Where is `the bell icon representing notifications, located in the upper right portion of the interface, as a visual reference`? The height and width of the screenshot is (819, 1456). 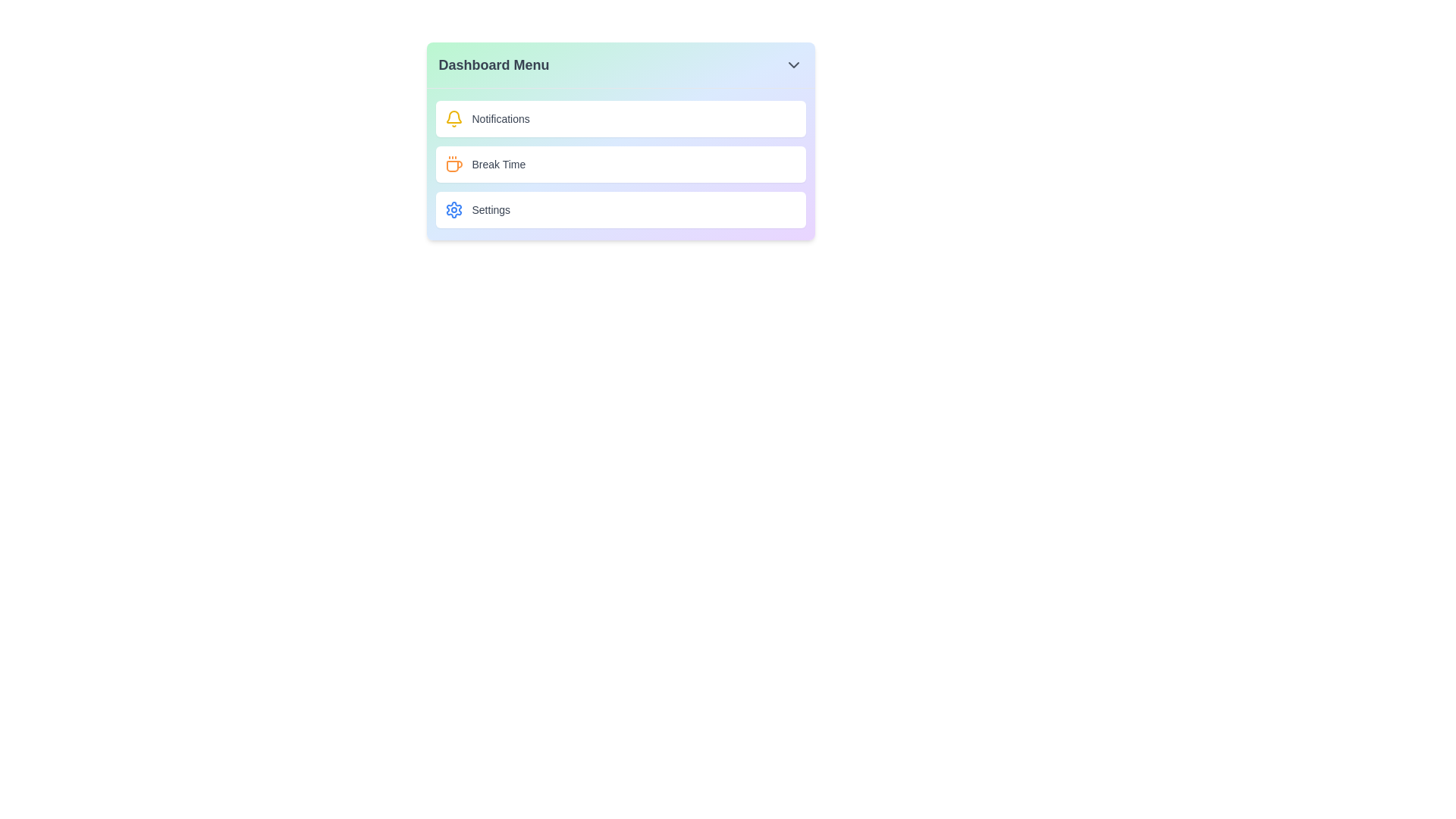
the bell icon representing notifications, located in the upper right portion of the interface, as a visual reference is located at coordinates (453, 116).